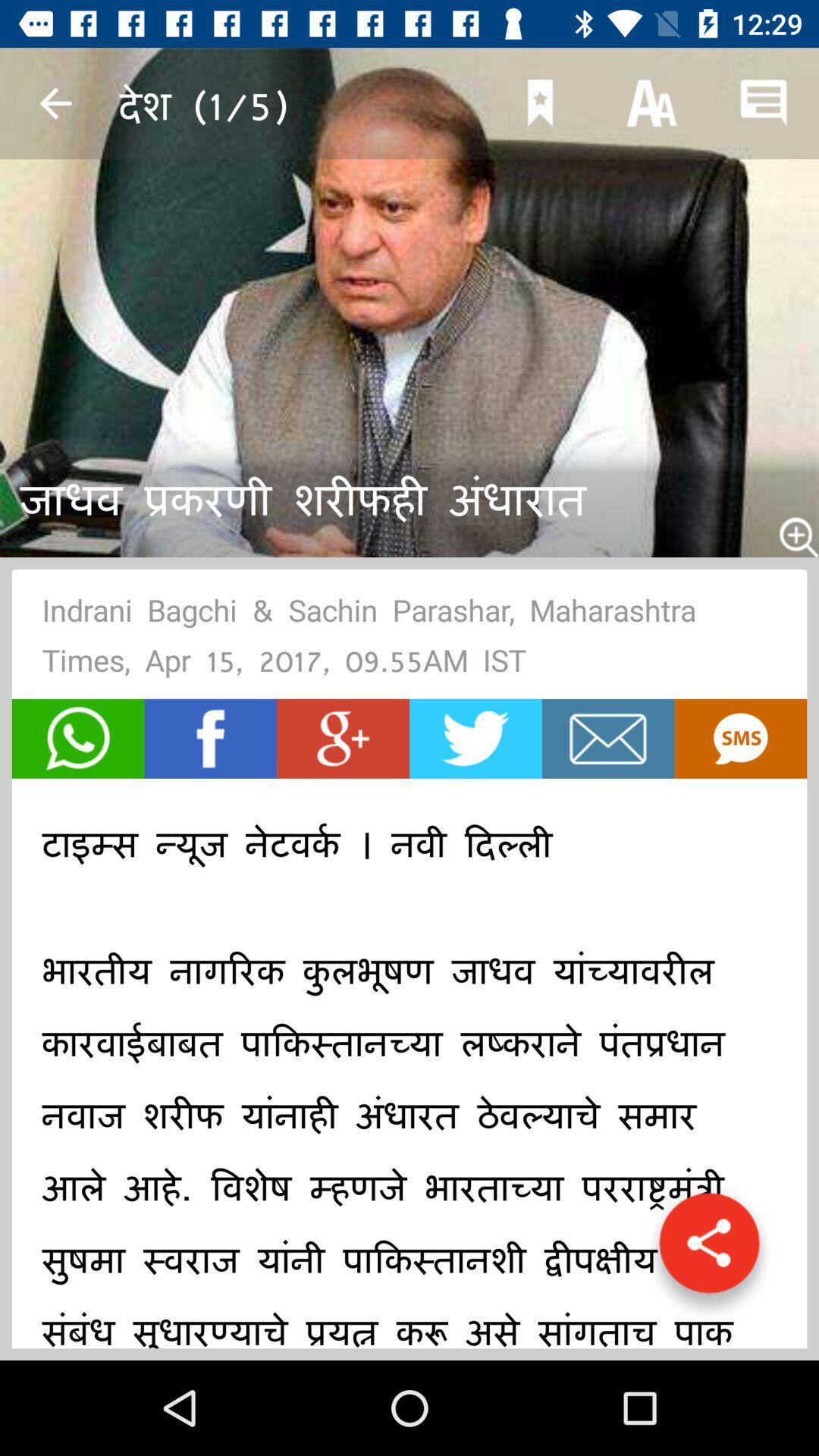  What do you see at coordinates (739, 739) in the screenshot?
I see `sms button` at bounding box center [739, 739].